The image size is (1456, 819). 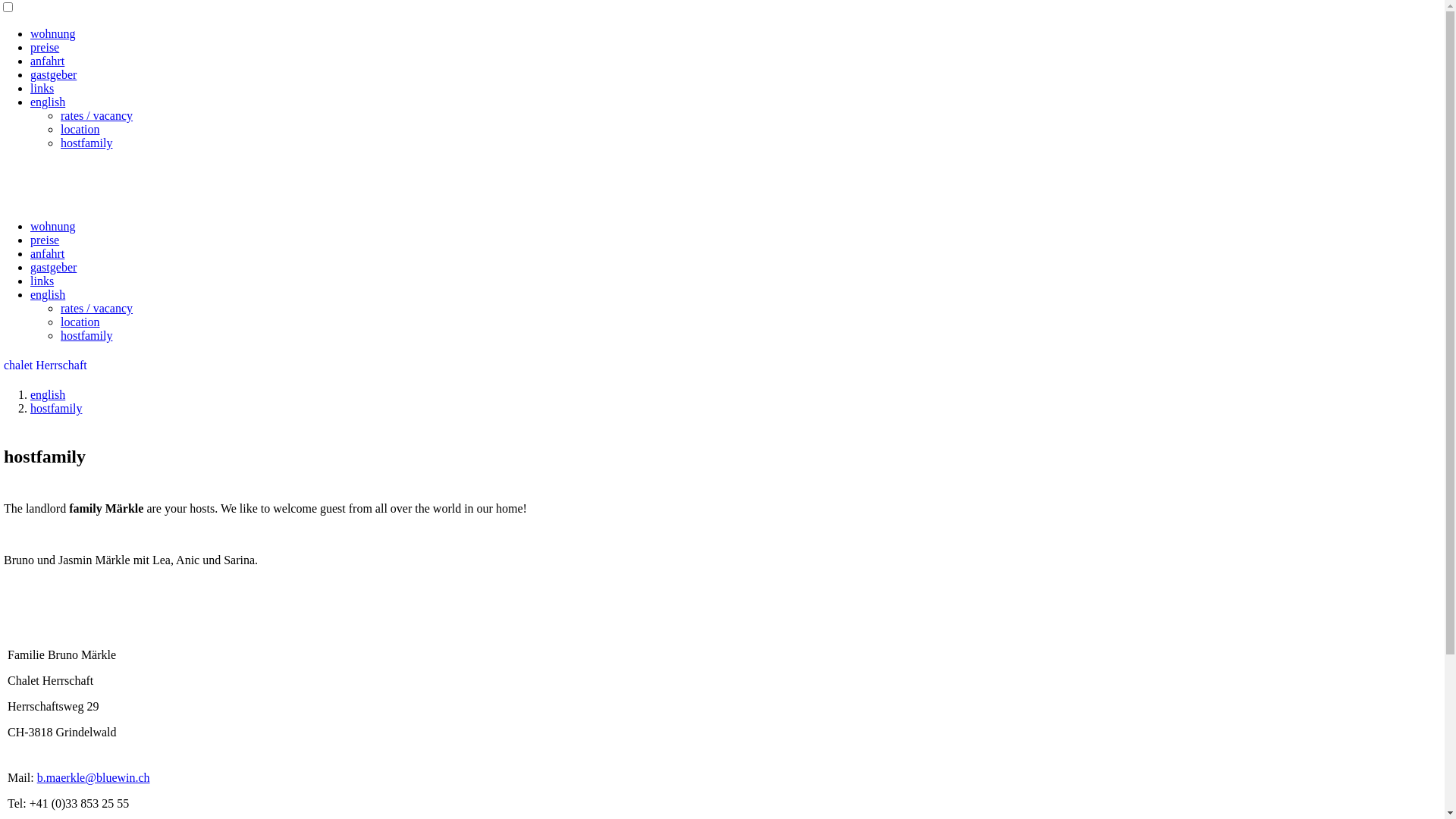 I want to click on 'links', so click(x=42, y=281).